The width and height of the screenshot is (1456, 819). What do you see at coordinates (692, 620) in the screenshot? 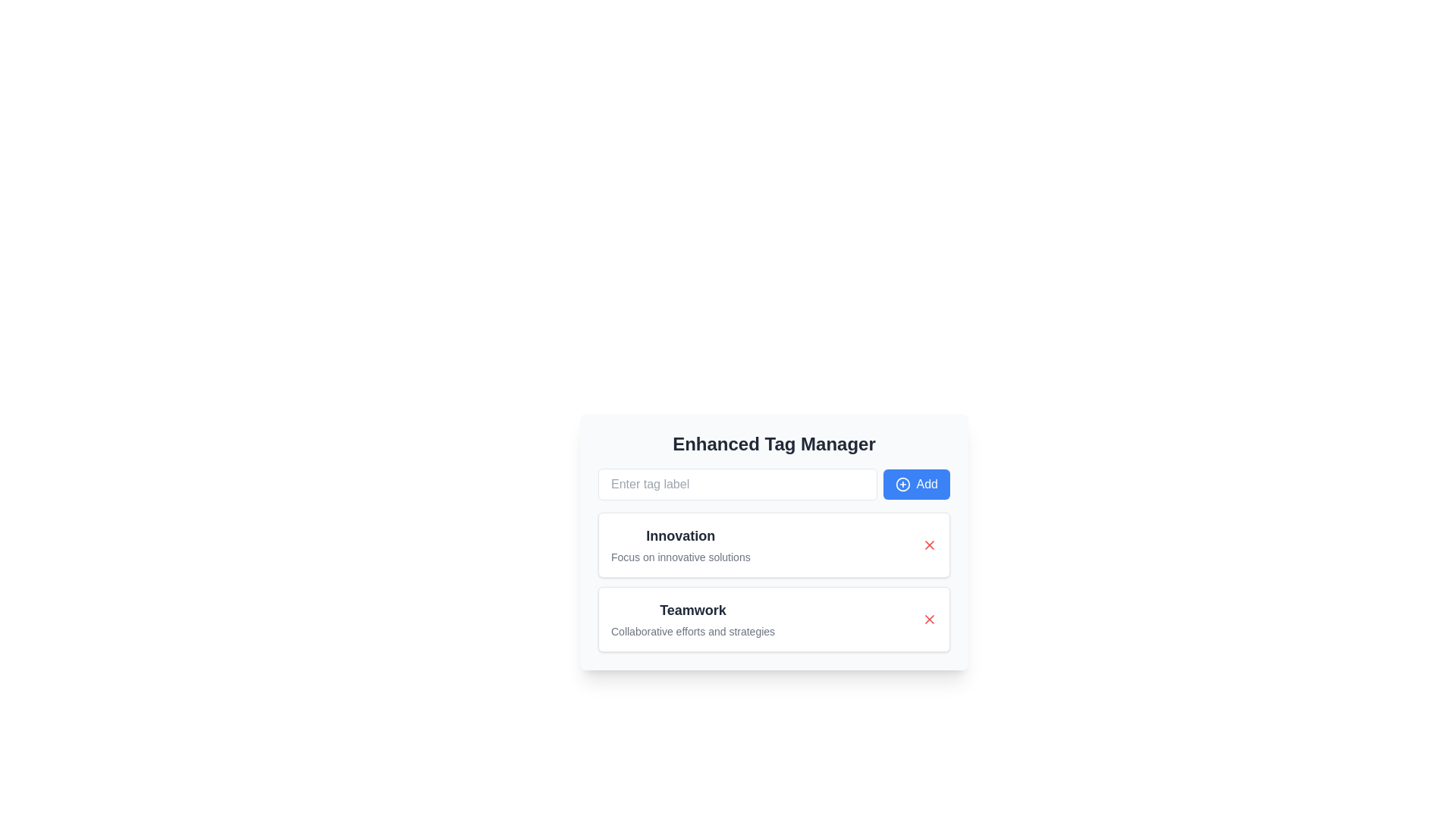
I see `the Text block titled 'Teamwork' which displays a description 'Collaborative efforts and strategies', located under the header 'Enhanced Tag Manager'` at bounding box center [692, 620].